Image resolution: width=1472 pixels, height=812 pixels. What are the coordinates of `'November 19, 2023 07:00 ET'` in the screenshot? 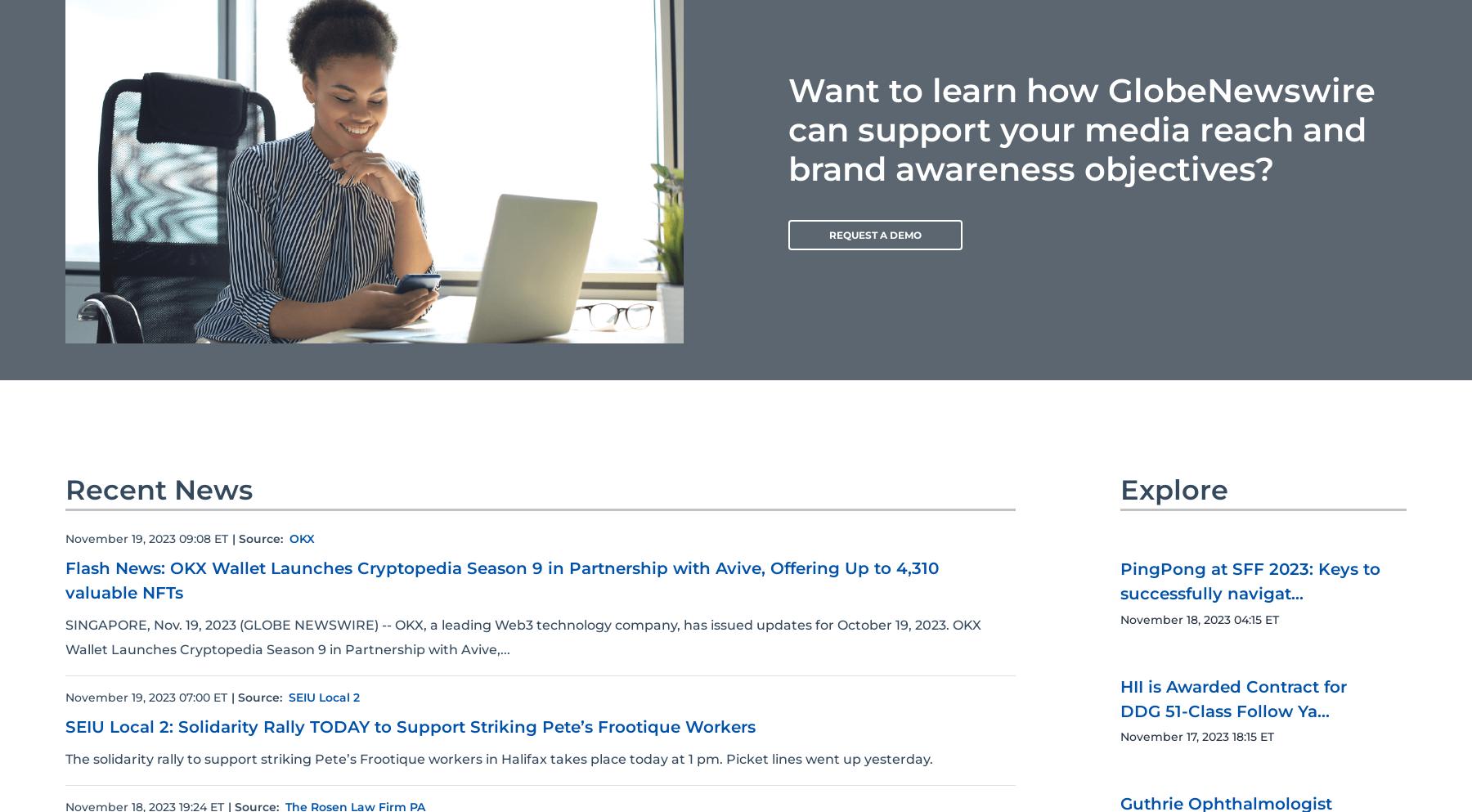 It's located at (146, 696).